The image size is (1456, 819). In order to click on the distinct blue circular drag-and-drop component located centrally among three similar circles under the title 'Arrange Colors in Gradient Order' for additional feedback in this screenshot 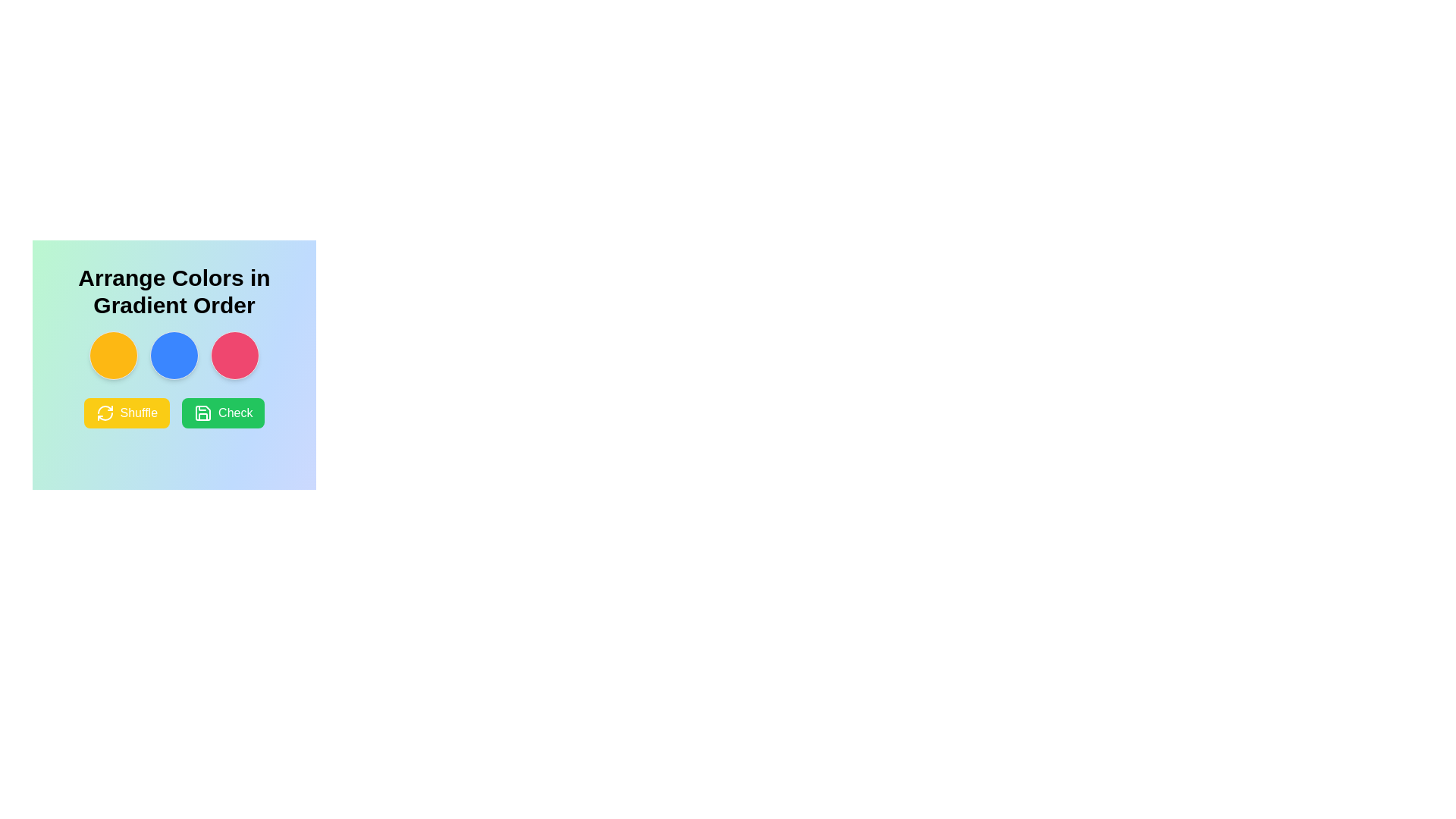, I will do `click(174, 356)`.